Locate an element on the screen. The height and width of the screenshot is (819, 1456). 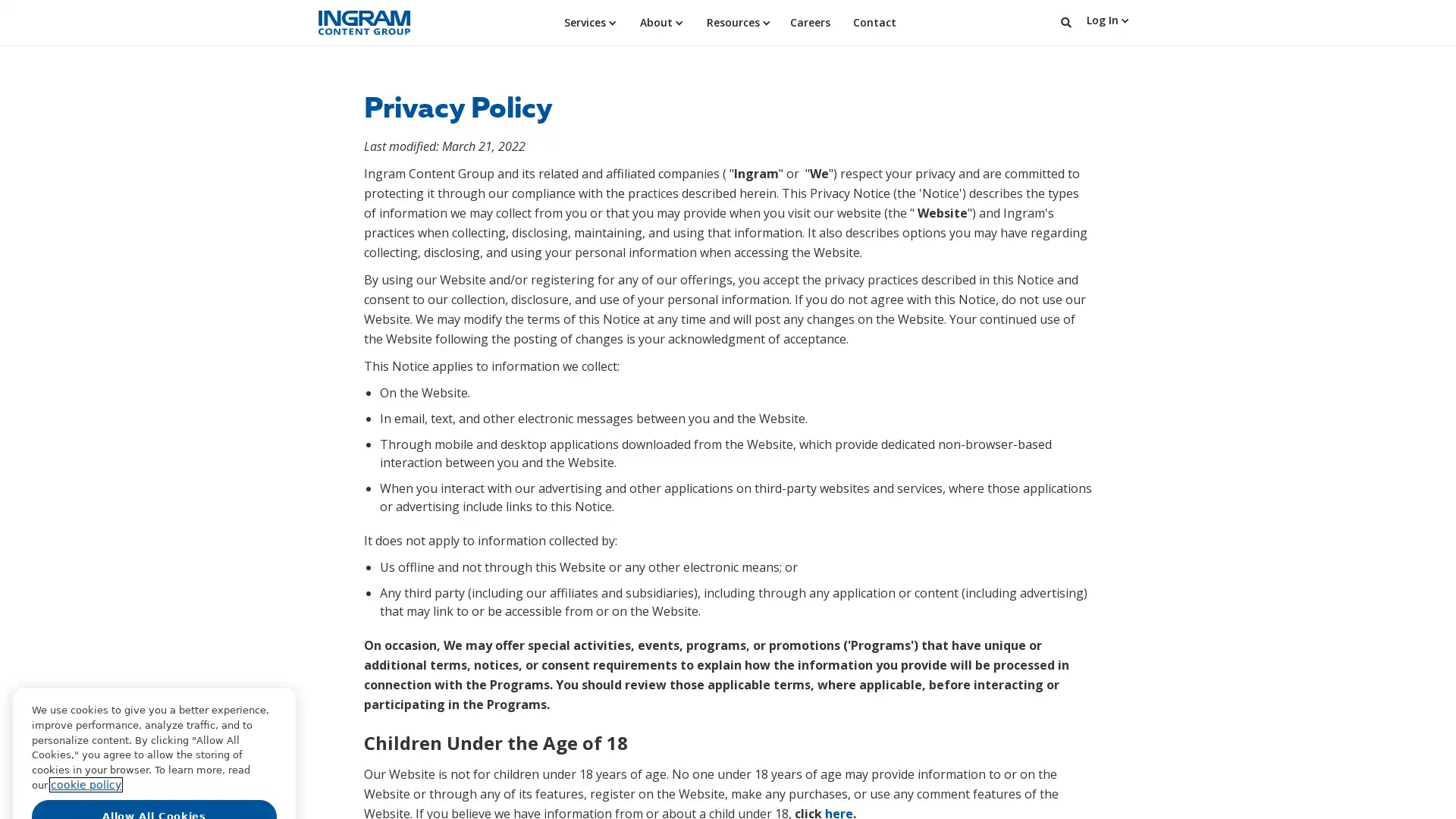
Allow All Cookies is located at coordinates (154, 745).